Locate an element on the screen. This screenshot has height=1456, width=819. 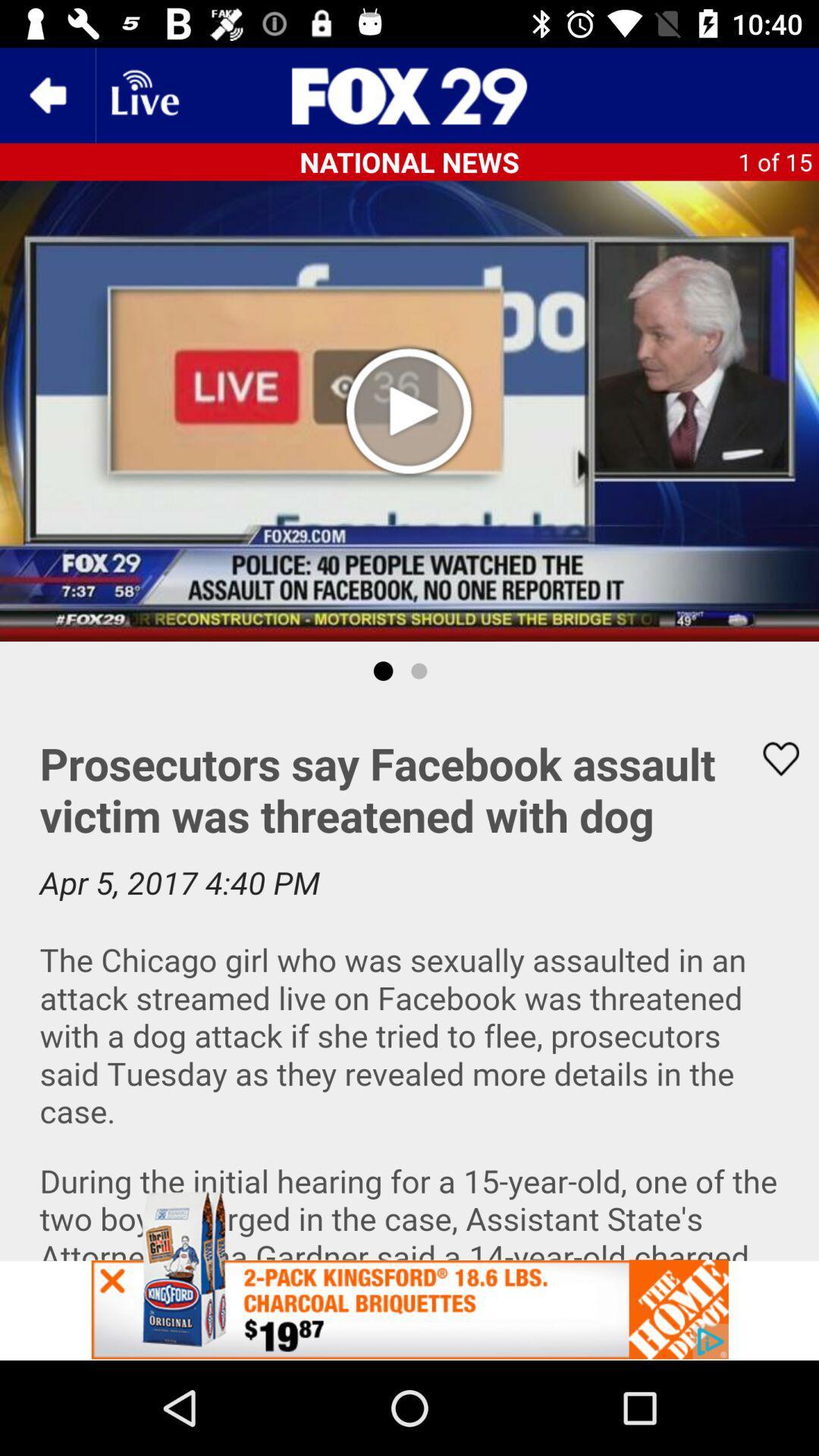
the favorite icon is located at coordinates (771, 758).